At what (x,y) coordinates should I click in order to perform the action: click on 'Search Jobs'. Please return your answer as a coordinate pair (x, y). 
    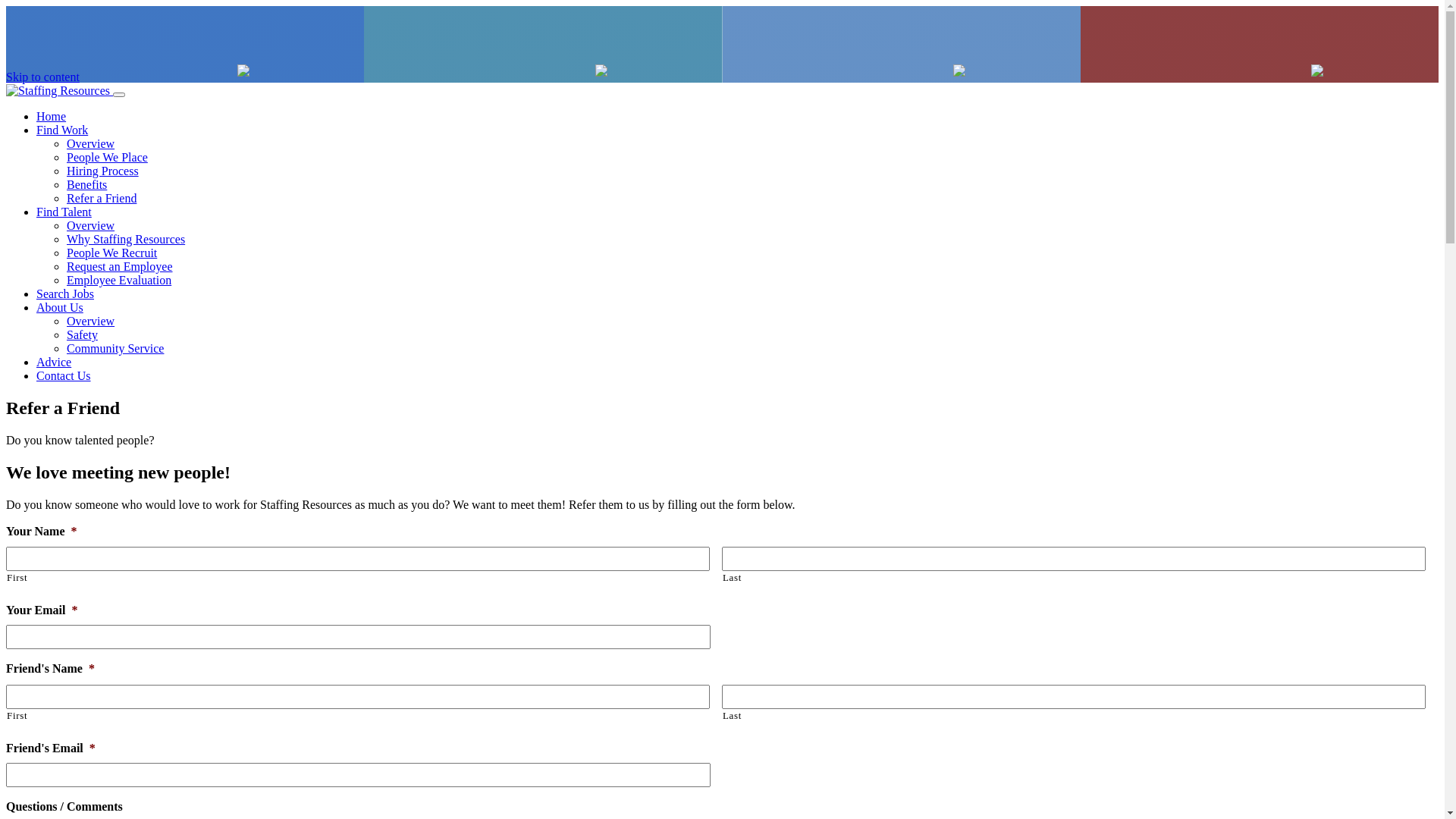
    Looking at the image, I should click on (36, 293).